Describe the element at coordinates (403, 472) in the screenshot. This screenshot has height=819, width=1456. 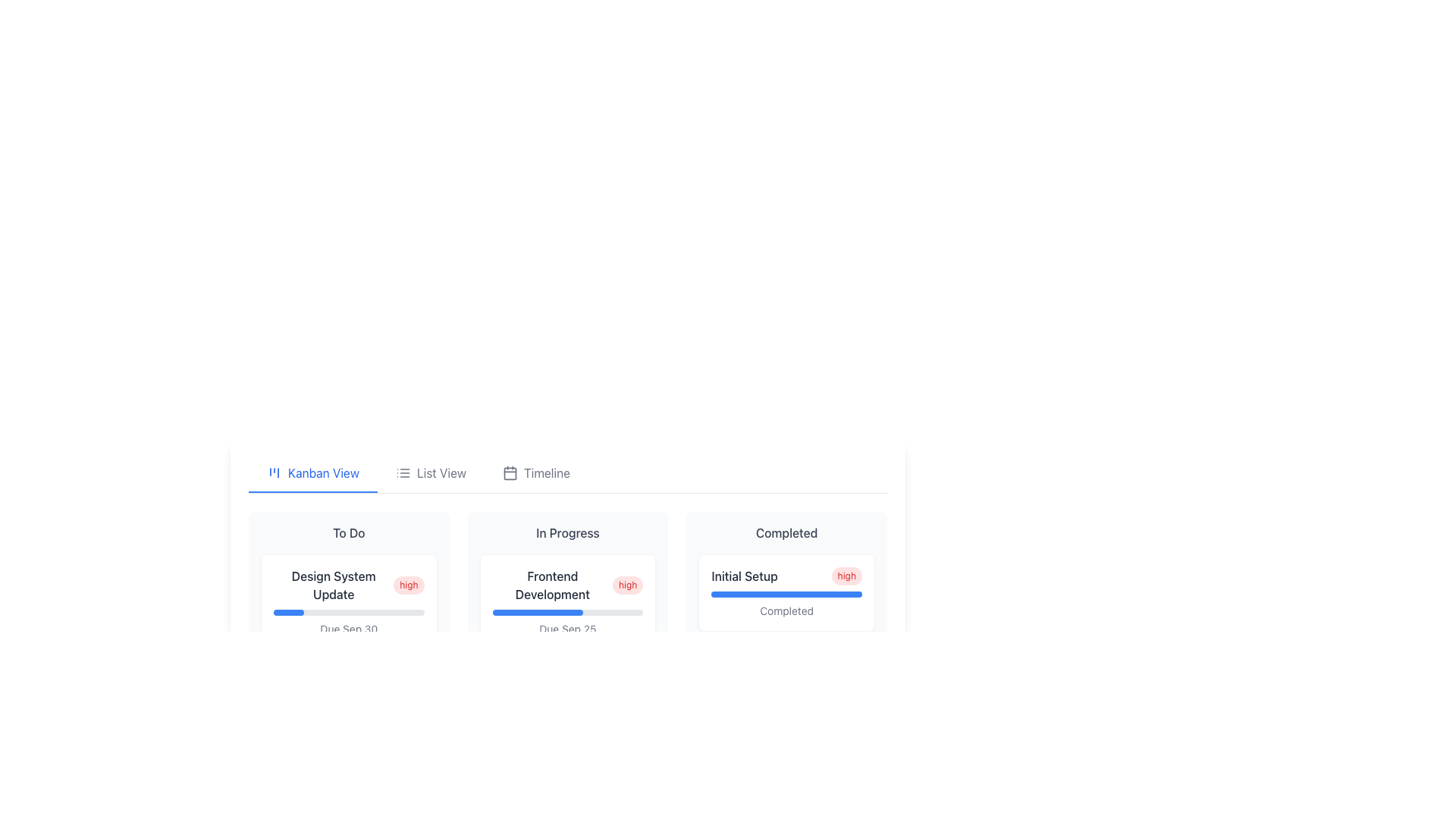
I see `the SVG icon representing a simplified list, which is part of the 'List View' button group located centrally in the interface` at that location.